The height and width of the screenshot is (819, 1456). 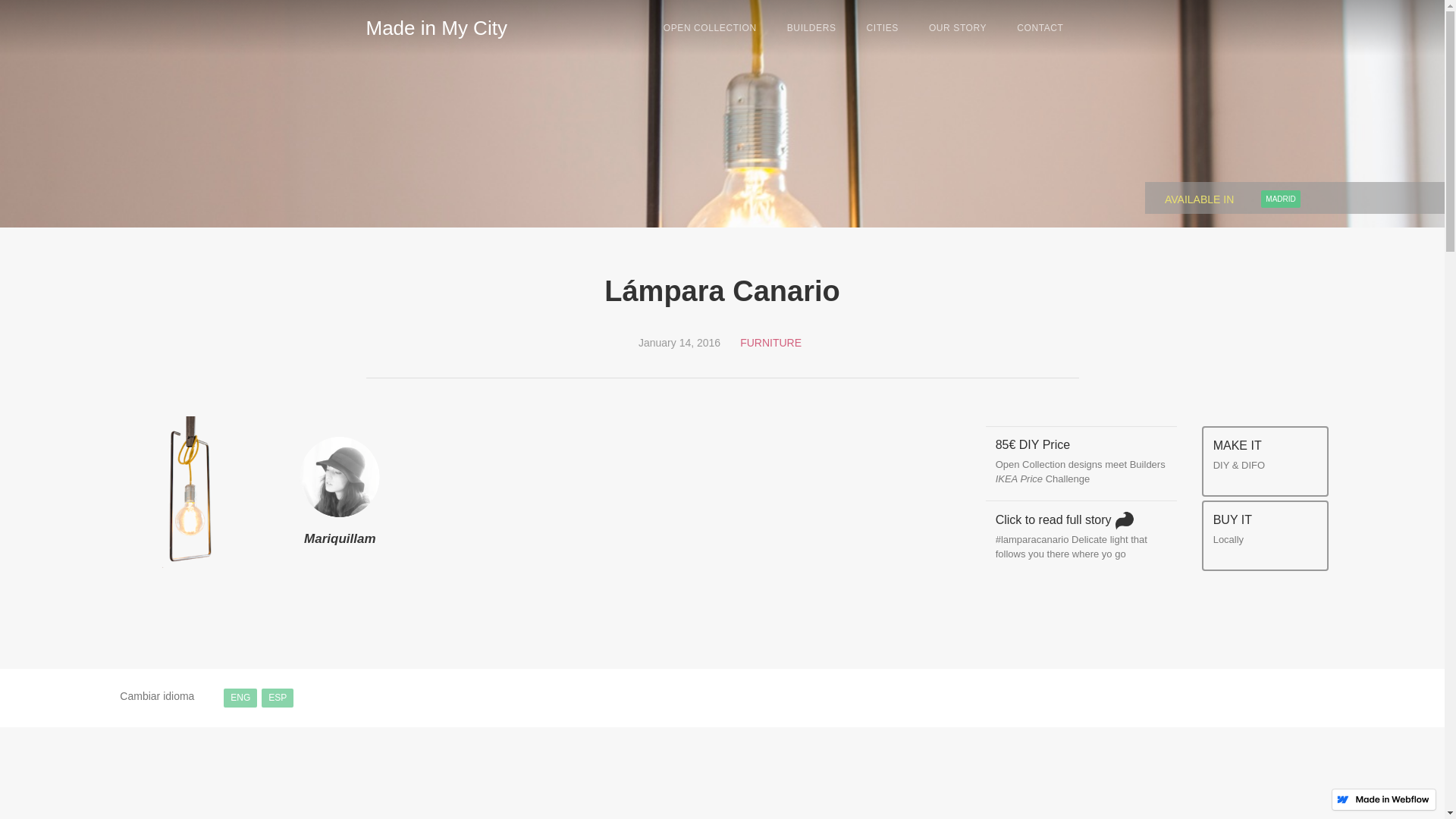 I want to click on 'MADRID', so click(x=1269, y=194).